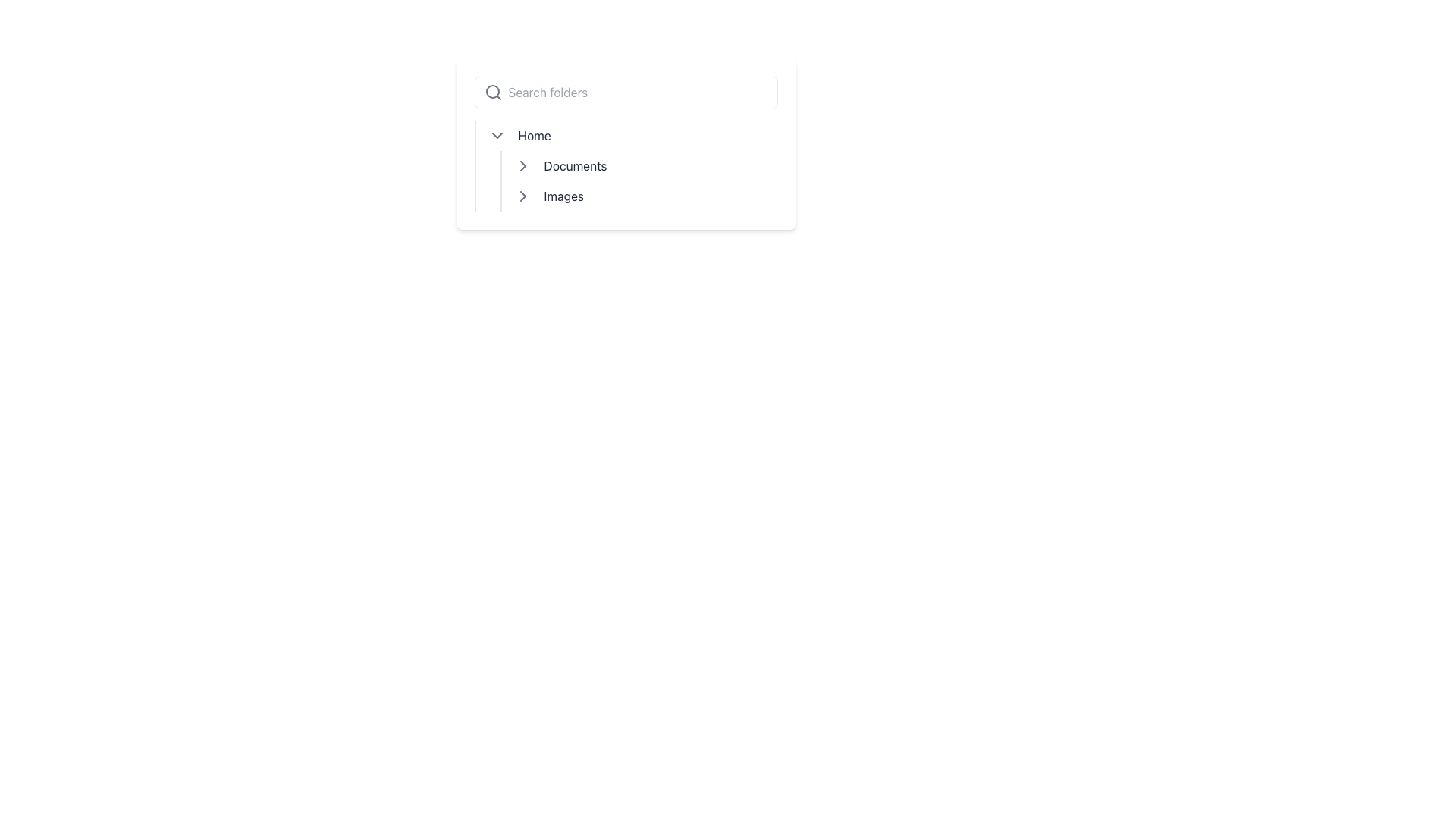  What do you see at coordinates (563, 195) in the screenshot?
I see `the 'Images' text label located under the 'Documents' item in the side menu hierarchy` at bounding box center [563, 195].